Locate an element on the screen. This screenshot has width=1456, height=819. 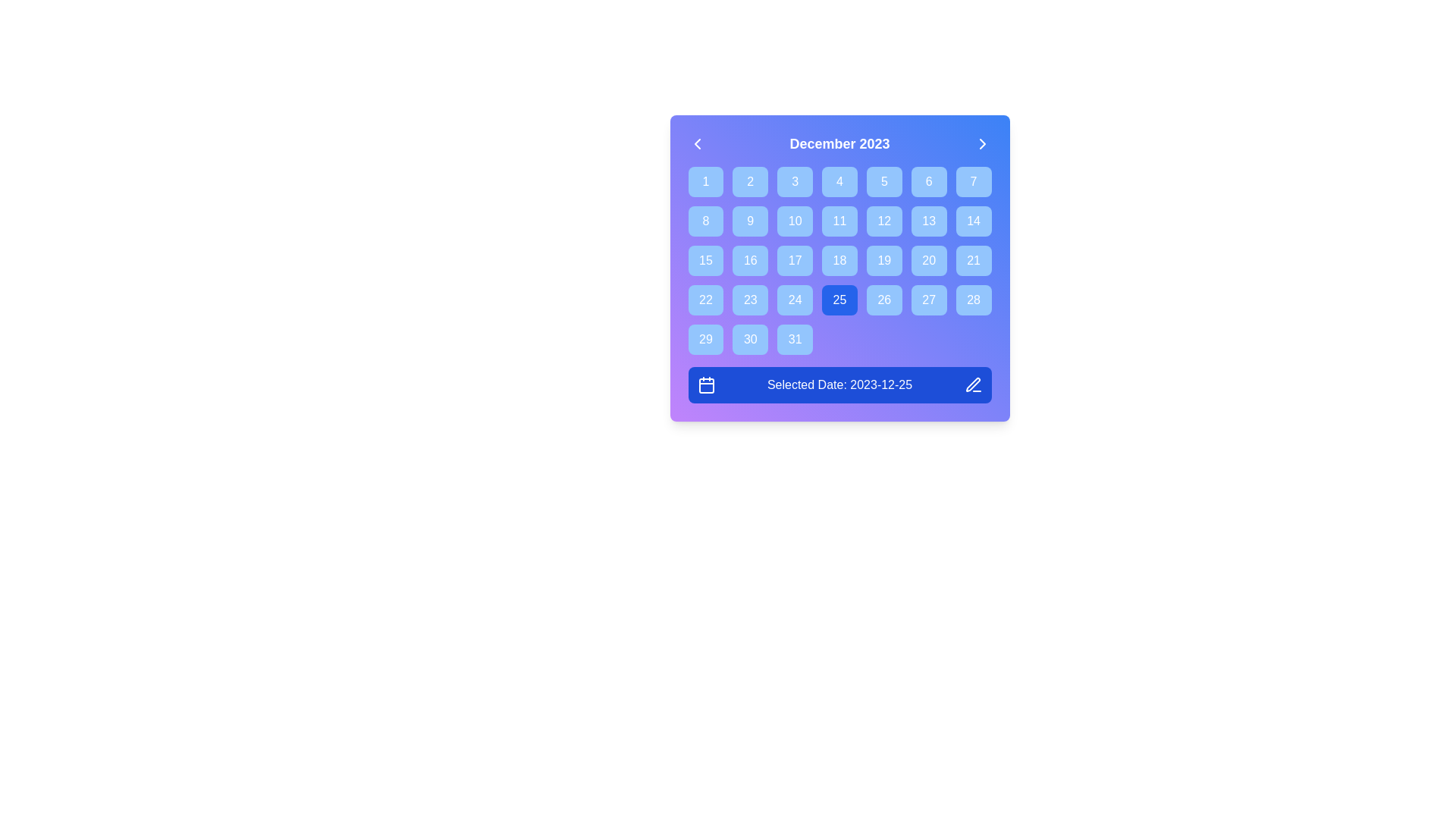
the 27th button in the calendar interface is located at coordinates (928, 300).